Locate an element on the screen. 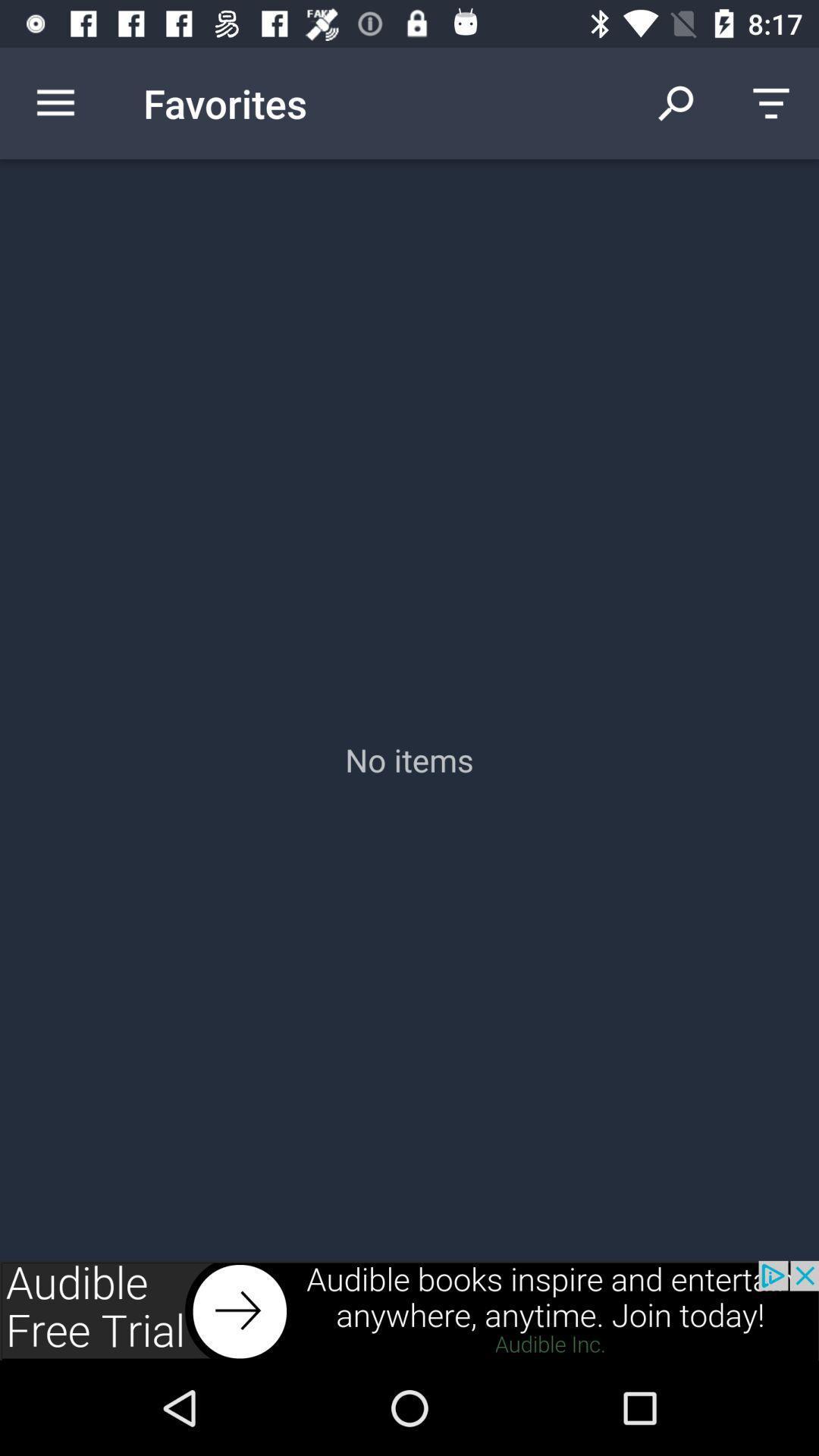 The width and height of the screenshot is (819, 1456). advertisement is located at coordinates (409, 1310).